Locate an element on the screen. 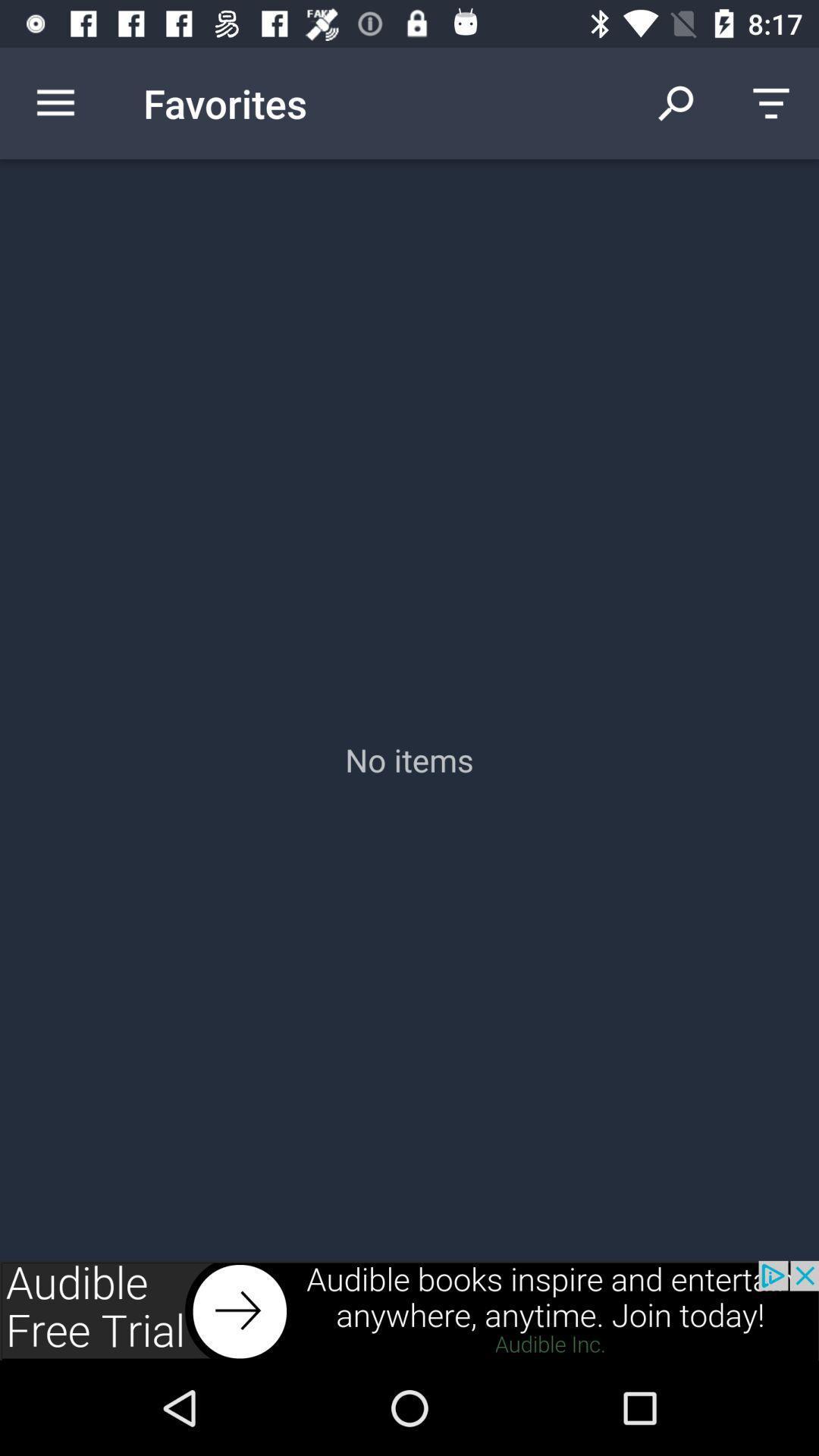 The width and height of the screenshot is (819, 1456). advertisement is located at coordinates (409, 1310).